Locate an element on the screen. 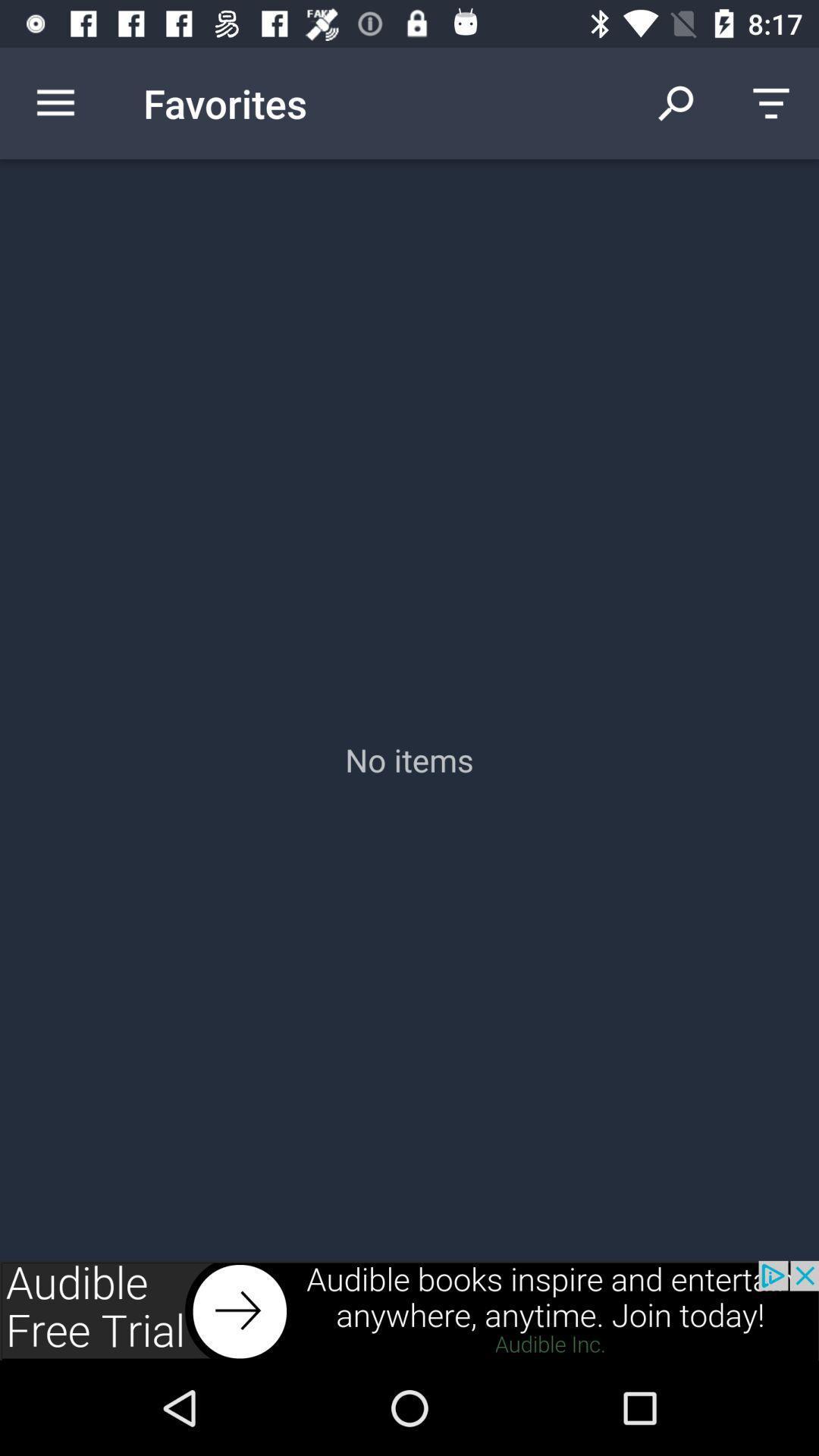 The width and height of the screenshot is (819, 1456). advertisement is located at coordinates (409, 1310).